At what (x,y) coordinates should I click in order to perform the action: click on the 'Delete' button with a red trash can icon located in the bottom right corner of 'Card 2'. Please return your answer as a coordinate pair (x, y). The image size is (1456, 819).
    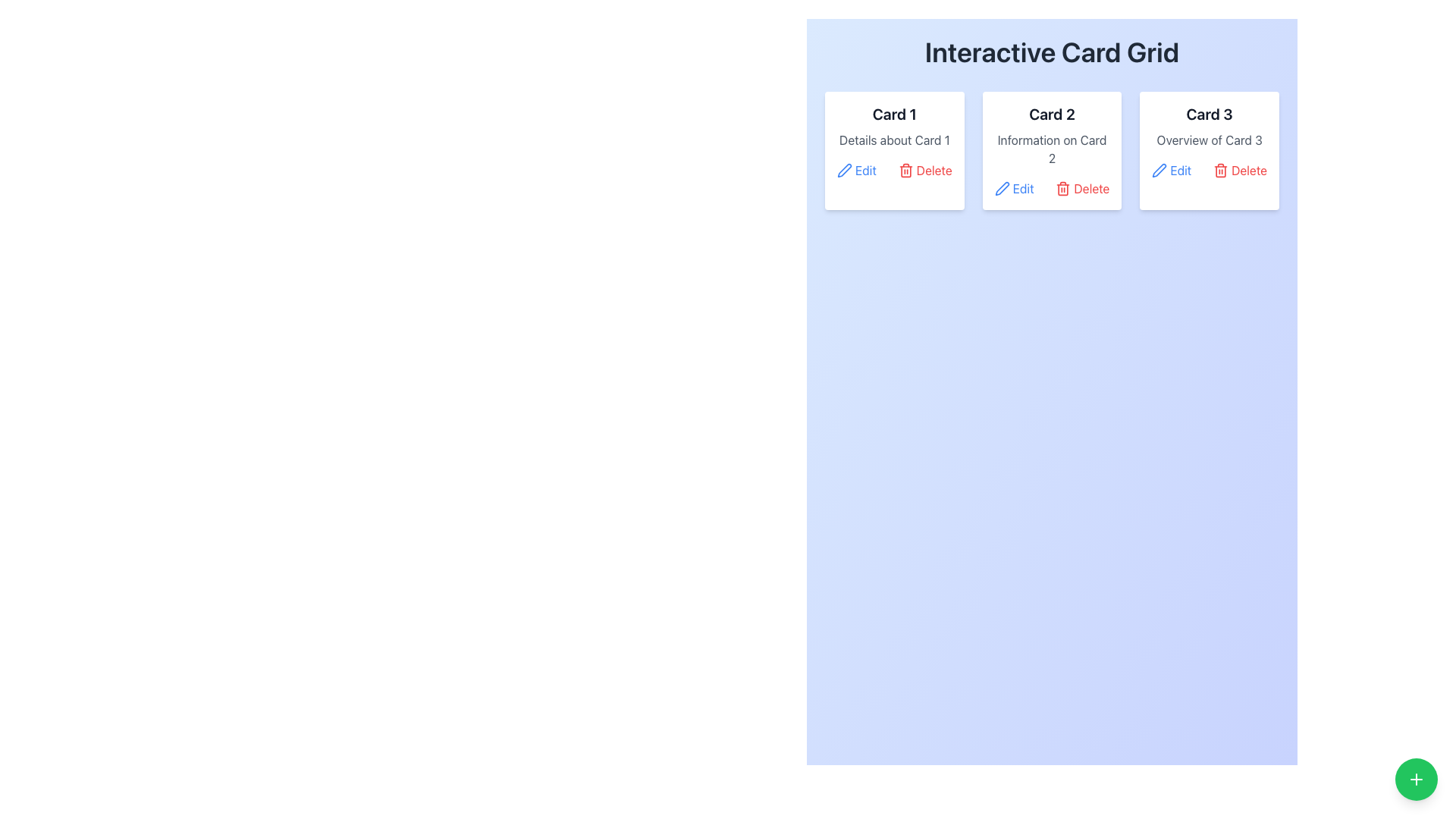
    Looking at the image, I should click on (1081, 188).